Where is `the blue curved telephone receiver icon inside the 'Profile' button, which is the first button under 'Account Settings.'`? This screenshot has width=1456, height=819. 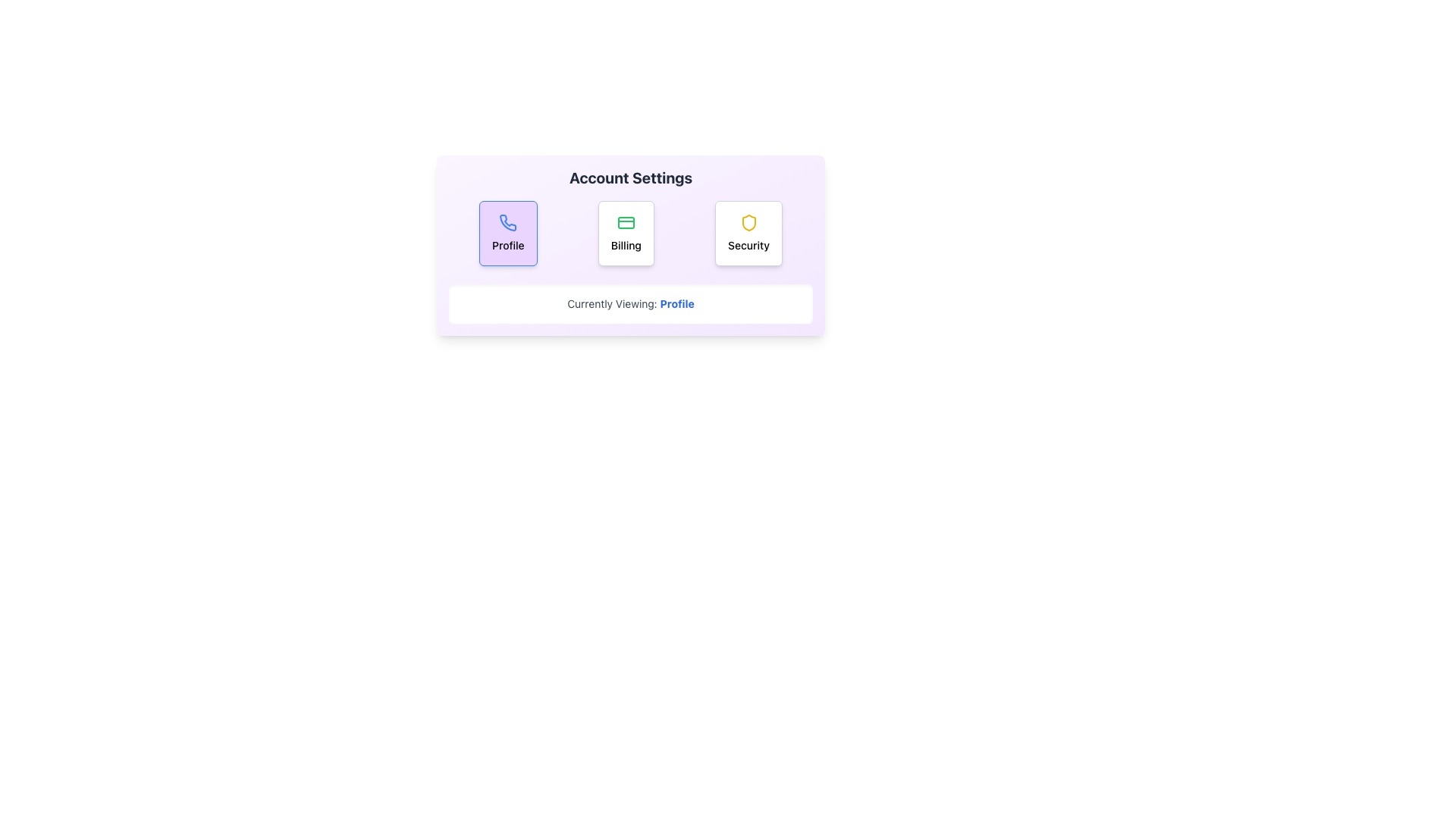 the blue curved telephone receiver icon inside the 'Profile' button, which is the first button under 'Account Settings.' is located at coordinates (508, 222).